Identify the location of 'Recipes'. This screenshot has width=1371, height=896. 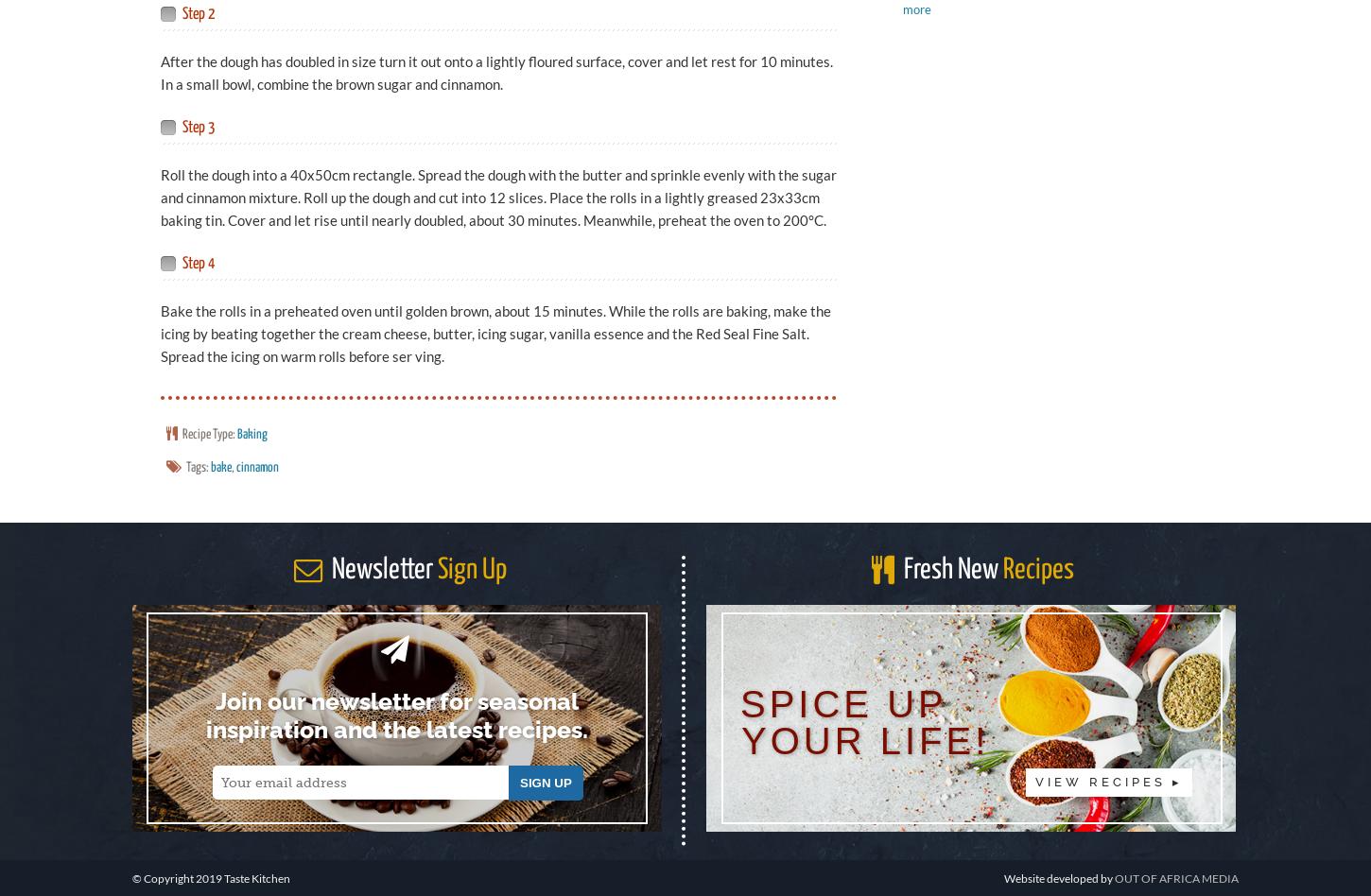
(1036, 569).